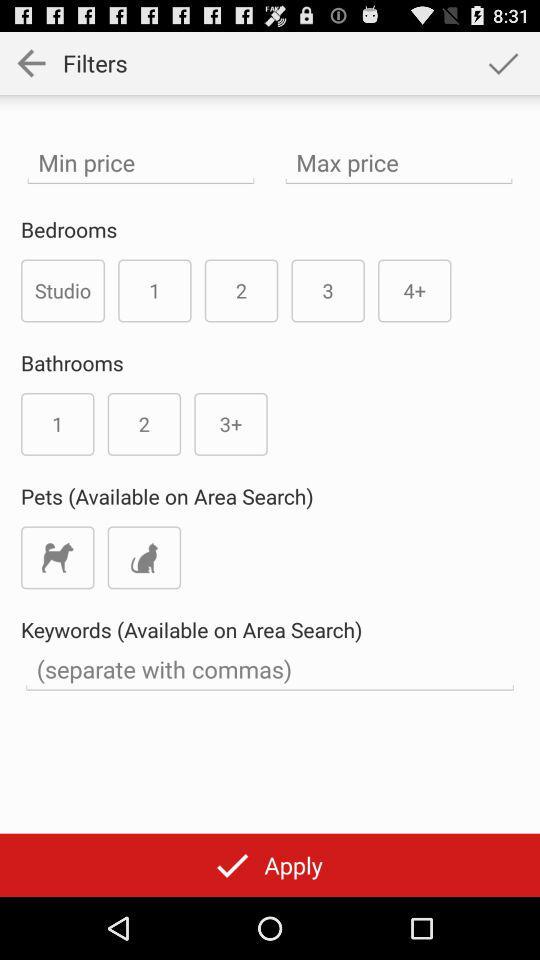  I want to click on dog, so click(57, 557).